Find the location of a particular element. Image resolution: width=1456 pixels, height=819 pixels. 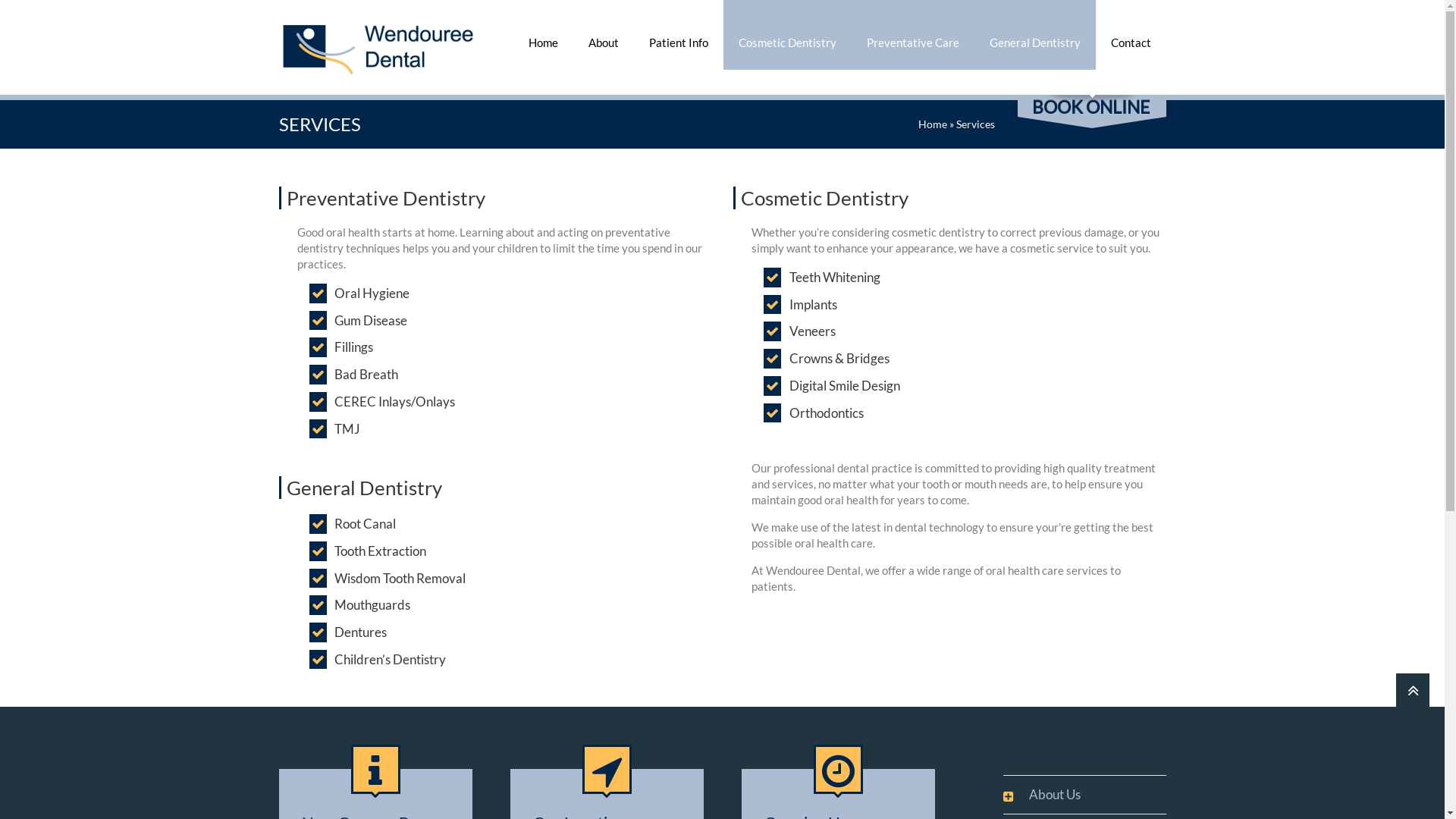

'Wisdom Tooth Removal' is located at coordinates (400, 579).